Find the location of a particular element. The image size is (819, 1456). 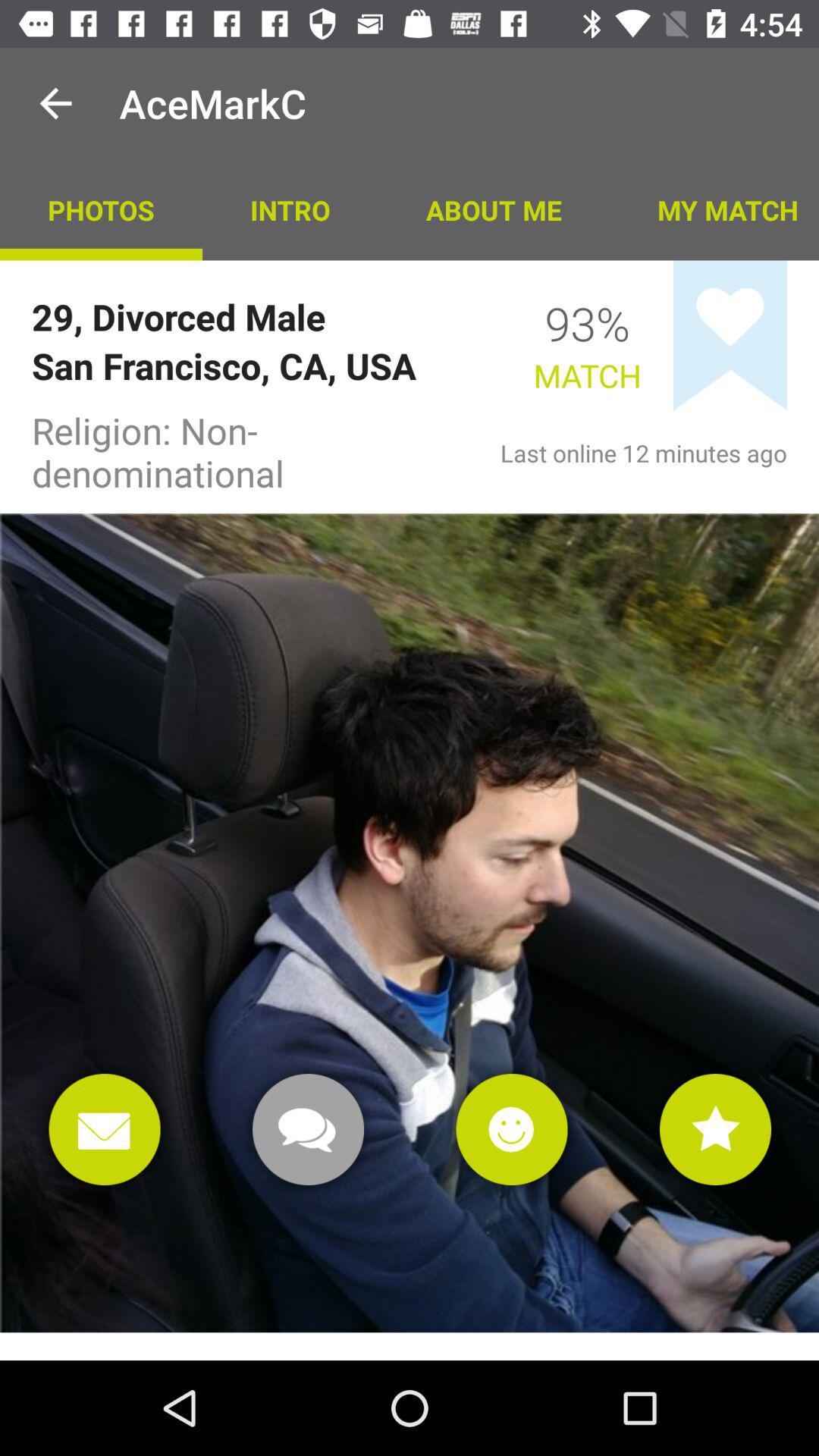

message user is located at coordinates (307, 1129).